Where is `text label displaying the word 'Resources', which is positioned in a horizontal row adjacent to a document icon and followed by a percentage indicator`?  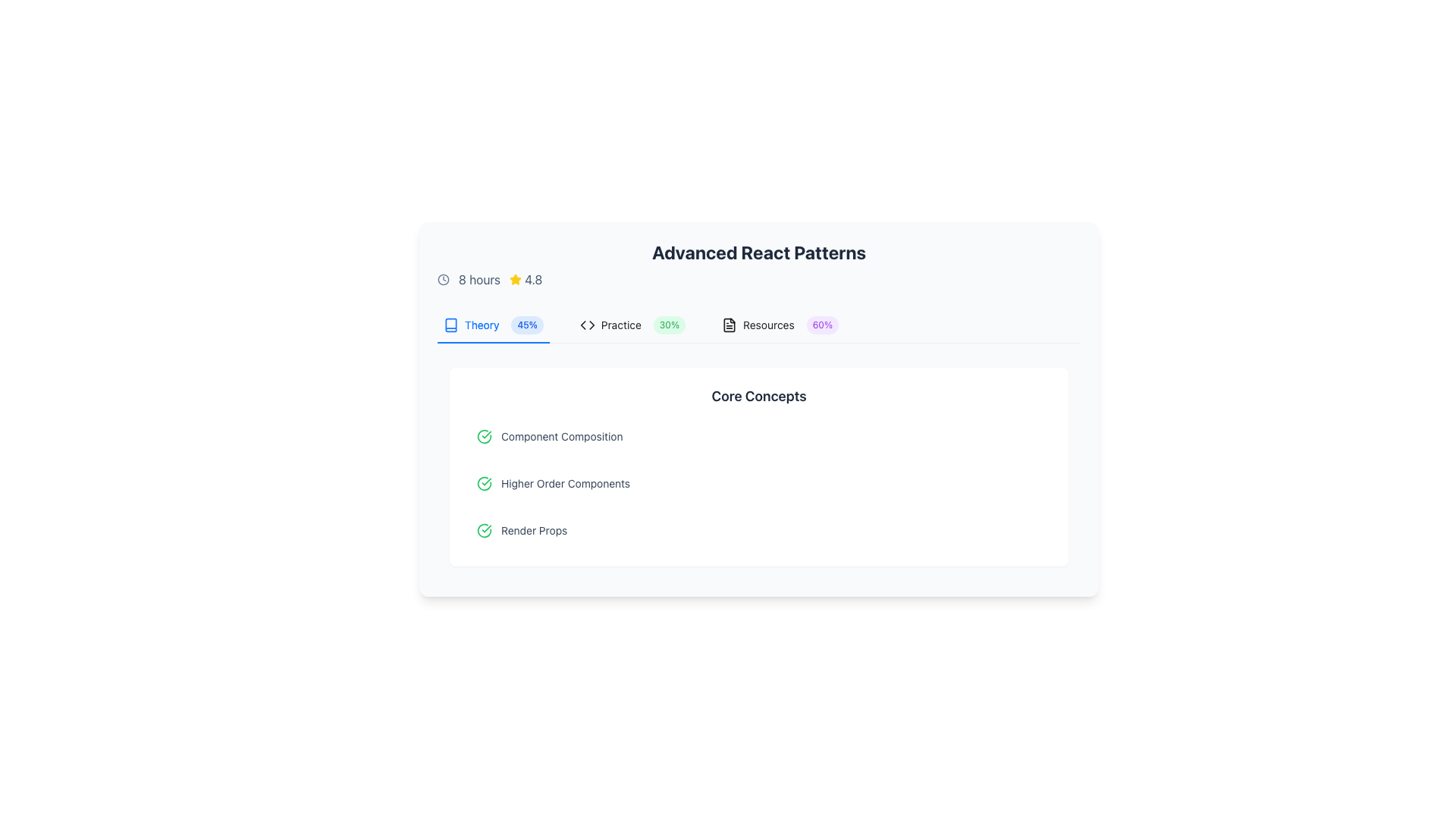
text label displaying the word 'Resources', which is positioned in a horizontal row adjacent to a document icon and followed by a percentage indicator is located at coordinates (768, 324).